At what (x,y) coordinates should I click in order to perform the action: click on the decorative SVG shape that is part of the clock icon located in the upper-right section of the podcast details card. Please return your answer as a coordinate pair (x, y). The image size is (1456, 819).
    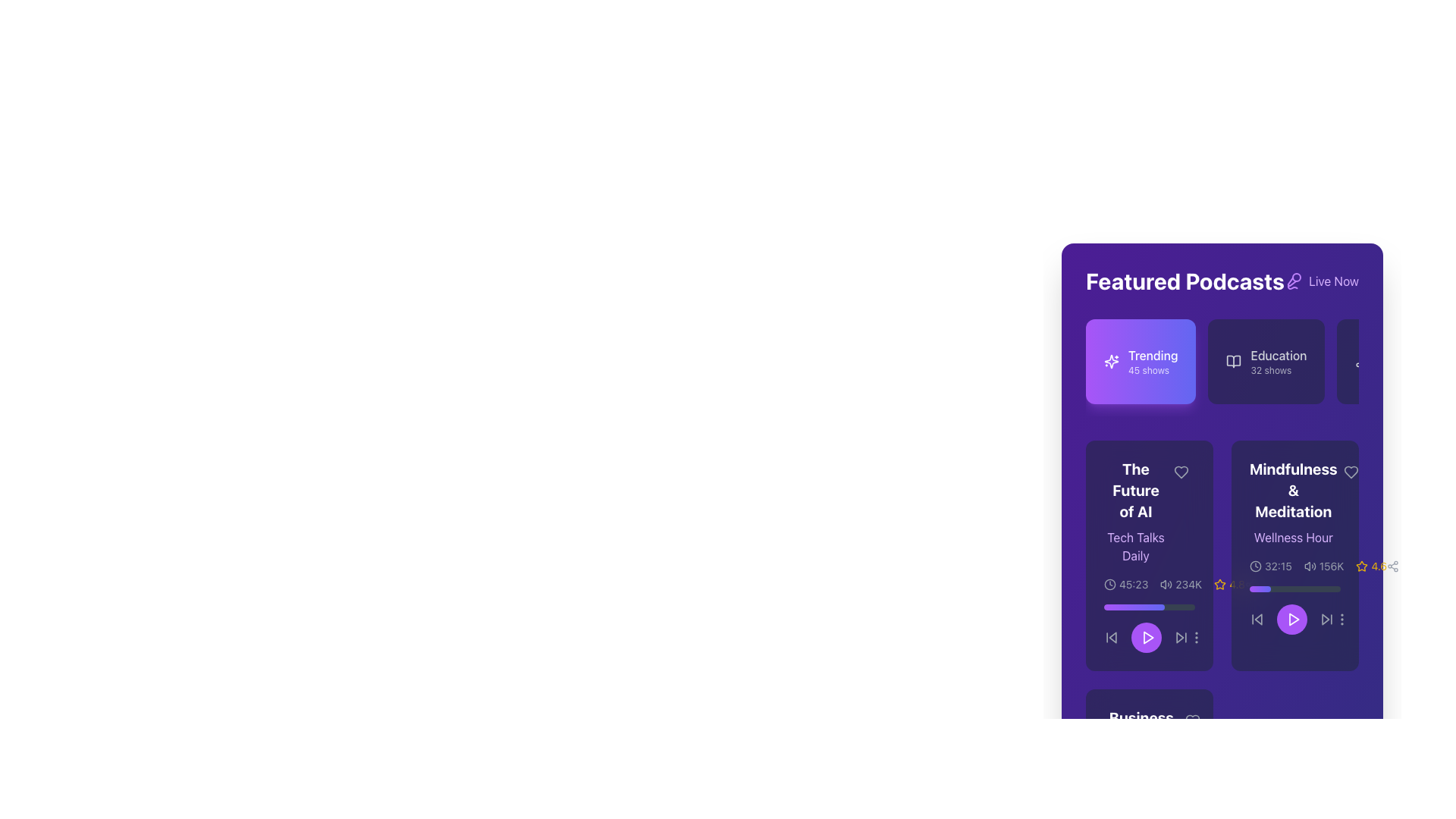
    Looking at the image, I should click on (1256, 566).